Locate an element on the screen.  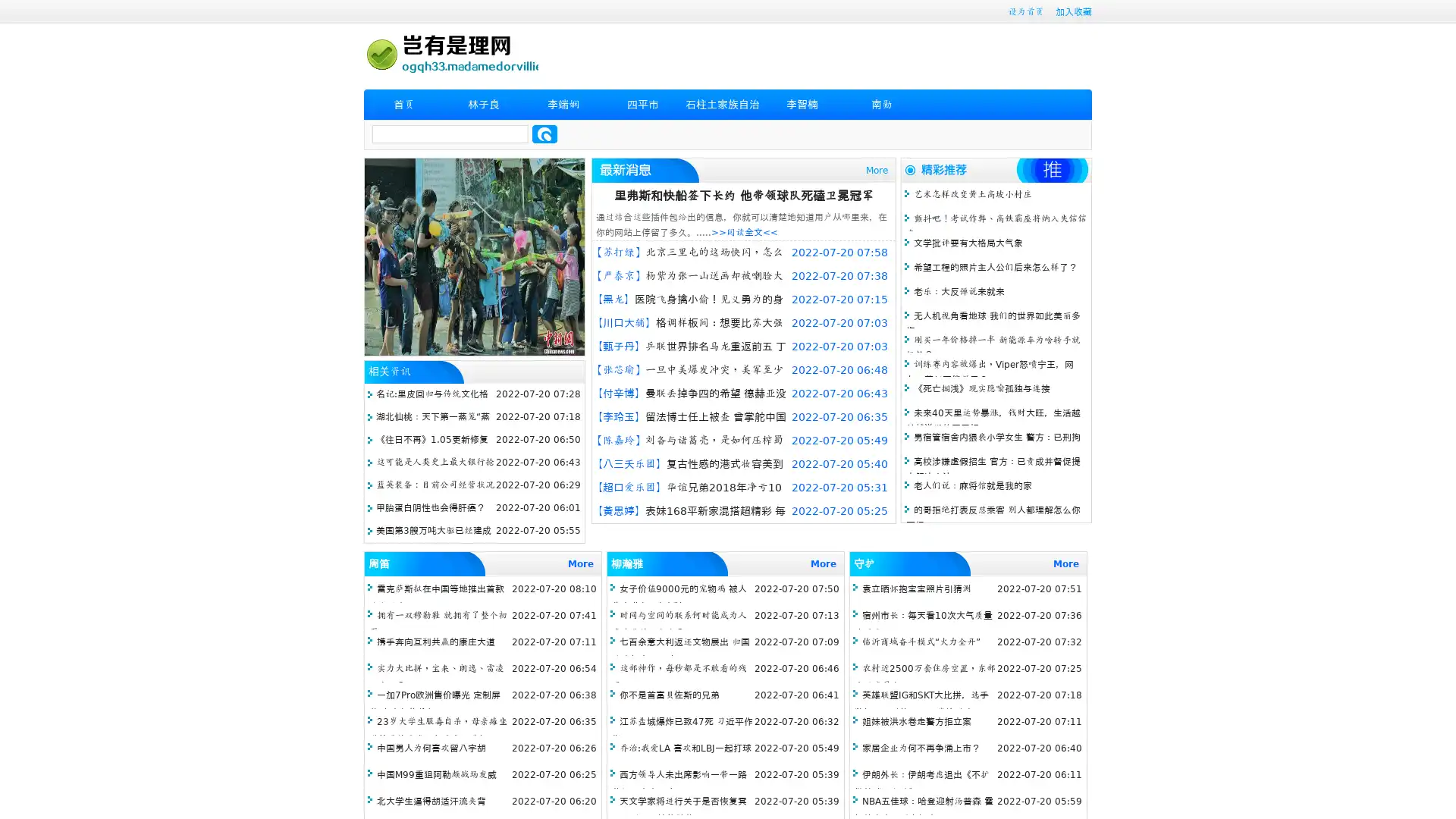
Search is located at coordinates (544, 133).